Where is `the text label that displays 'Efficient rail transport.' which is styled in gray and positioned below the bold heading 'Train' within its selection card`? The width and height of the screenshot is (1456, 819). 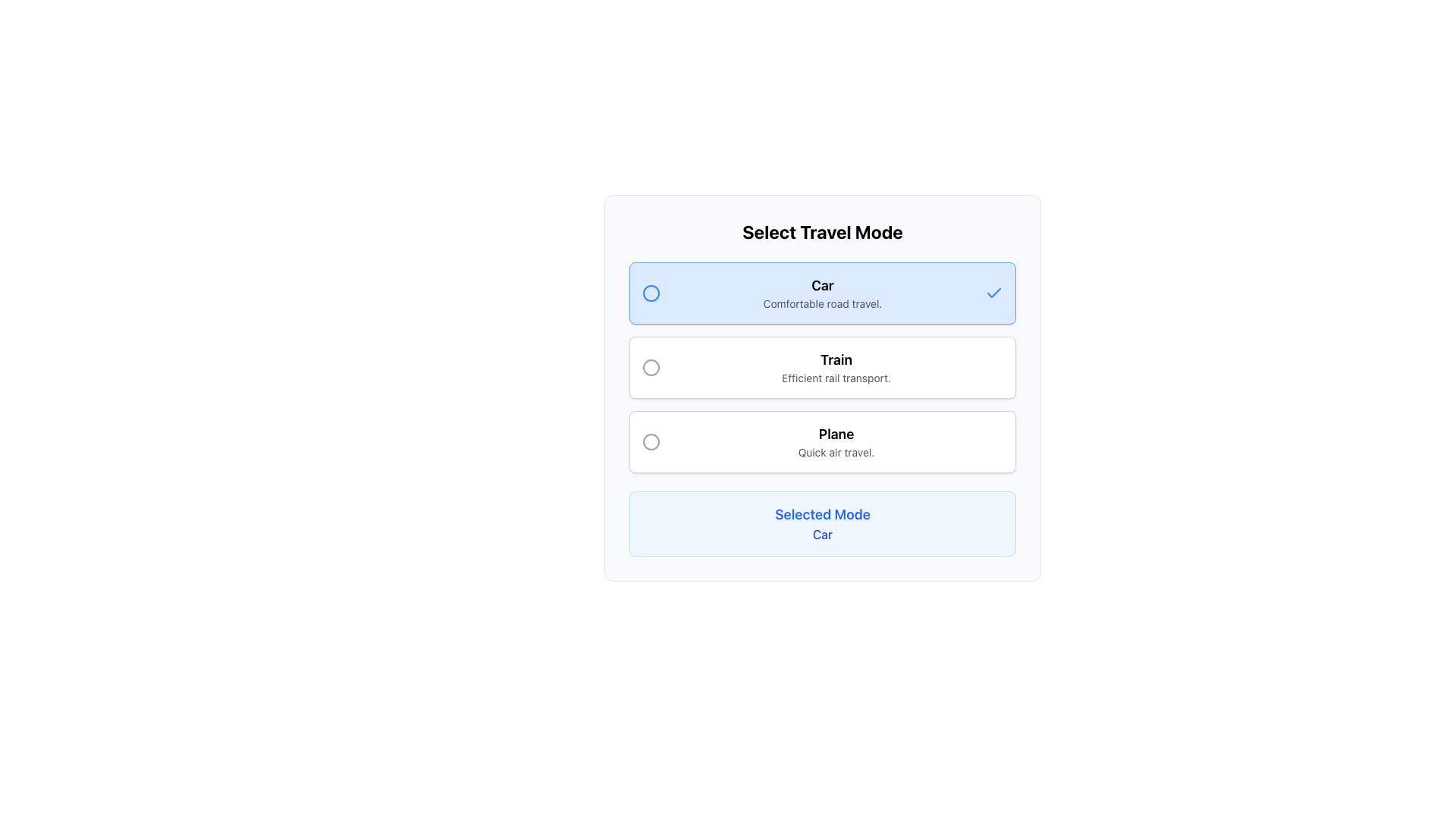 the text label that displays 'Efficient rail transport.' which is styled in gray and positioned below the bold heading 'Train' within its selection card is located at coordinates (836, 377).